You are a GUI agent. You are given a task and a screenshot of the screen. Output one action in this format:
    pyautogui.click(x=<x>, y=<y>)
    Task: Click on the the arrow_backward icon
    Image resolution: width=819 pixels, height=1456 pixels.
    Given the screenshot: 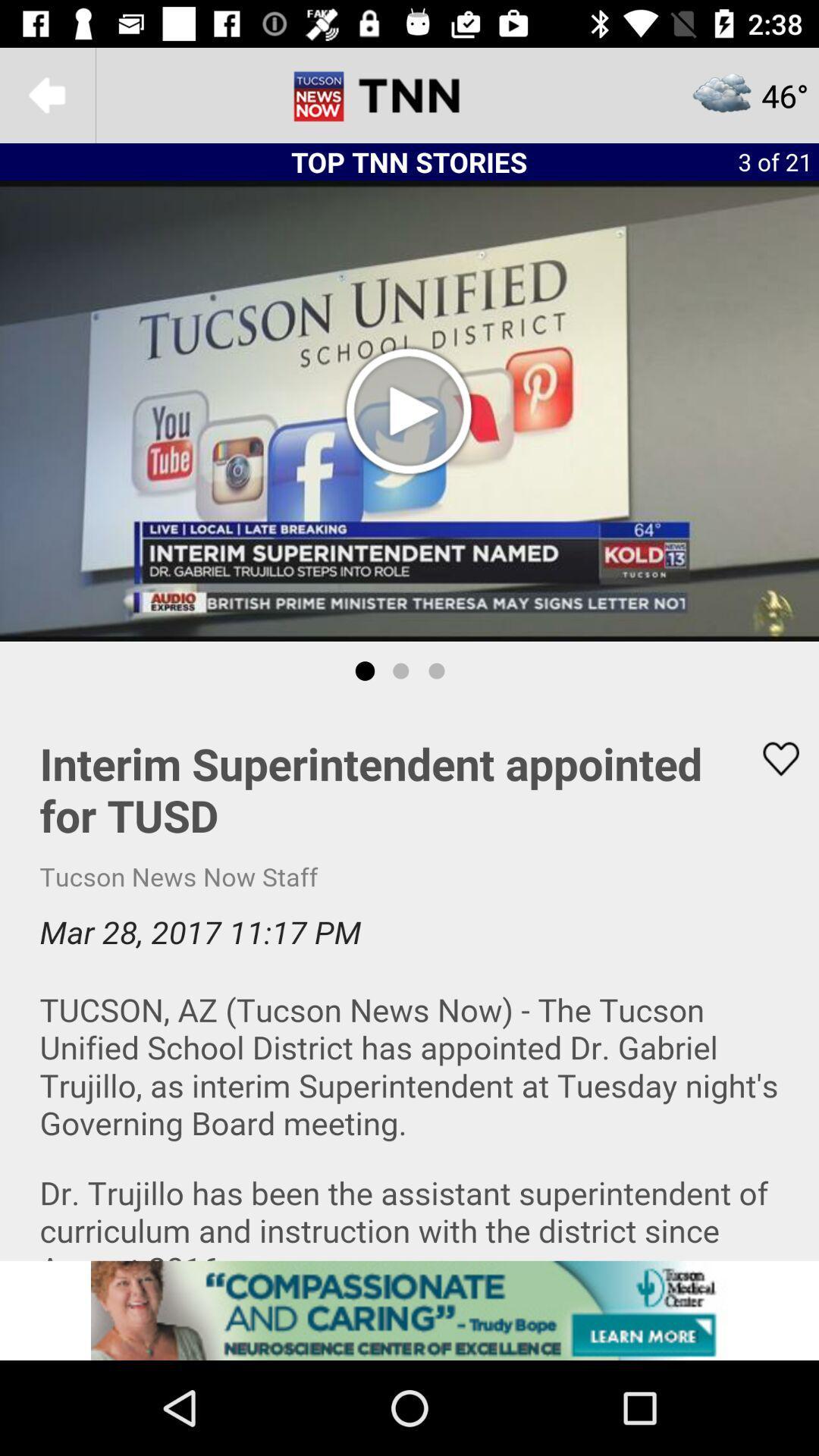 What is the action you would take?
    pyautogui.click(x=46, y=94)
    